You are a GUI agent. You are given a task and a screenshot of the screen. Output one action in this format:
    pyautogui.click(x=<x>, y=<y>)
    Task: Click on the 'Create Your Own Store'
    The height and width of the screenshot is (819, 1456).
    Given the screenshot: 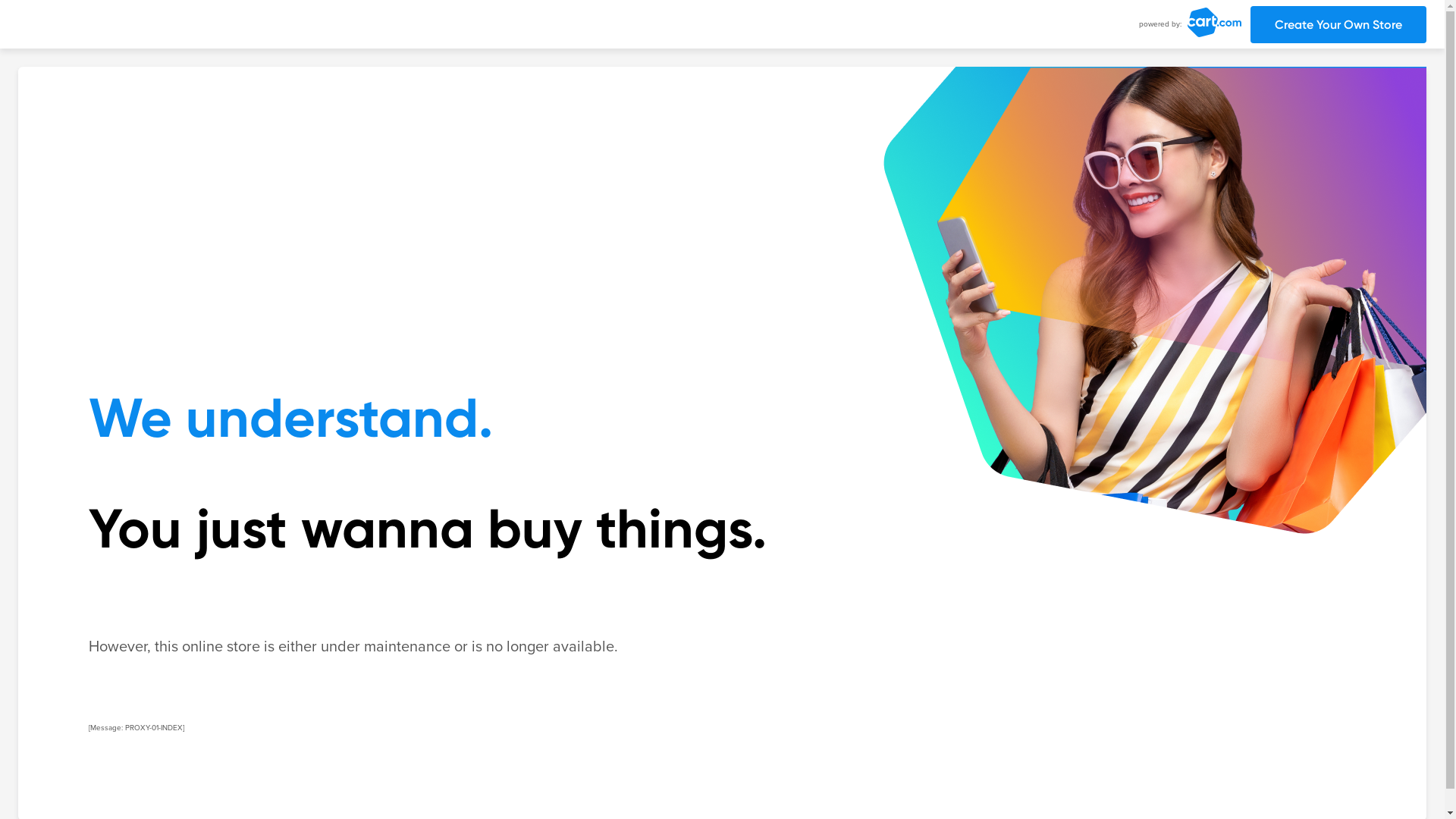 What is the action you would take?
    pyautogui.click(x=1338, y=24)
    